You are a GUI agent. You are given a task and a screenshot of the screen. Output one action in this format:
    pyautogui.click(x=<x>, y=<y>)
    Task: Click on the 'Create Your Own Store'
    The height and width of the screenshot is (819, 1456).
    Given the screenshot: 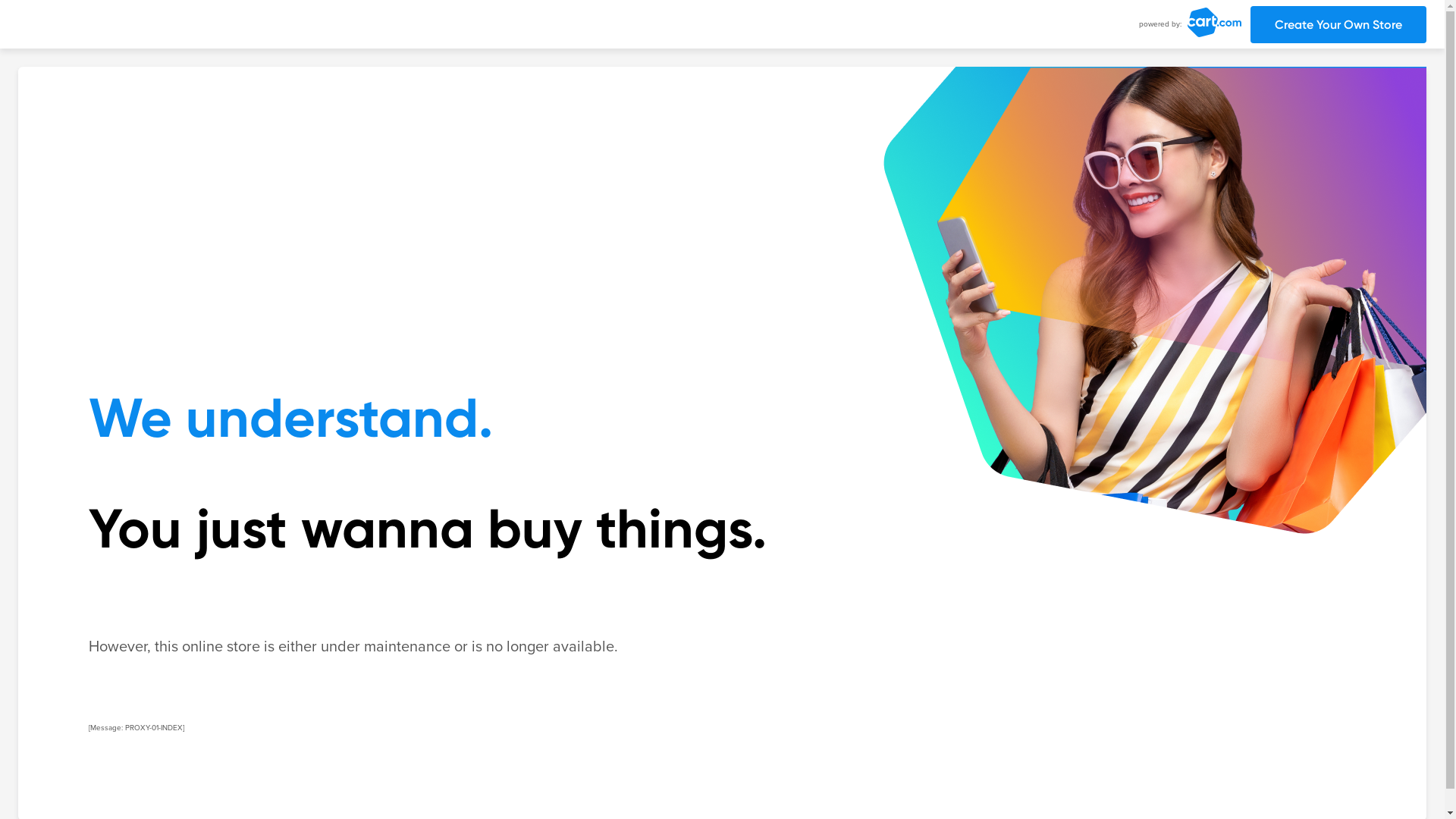 What is the action you would take?
    pyautogui.click(x=1338, y=24)
    